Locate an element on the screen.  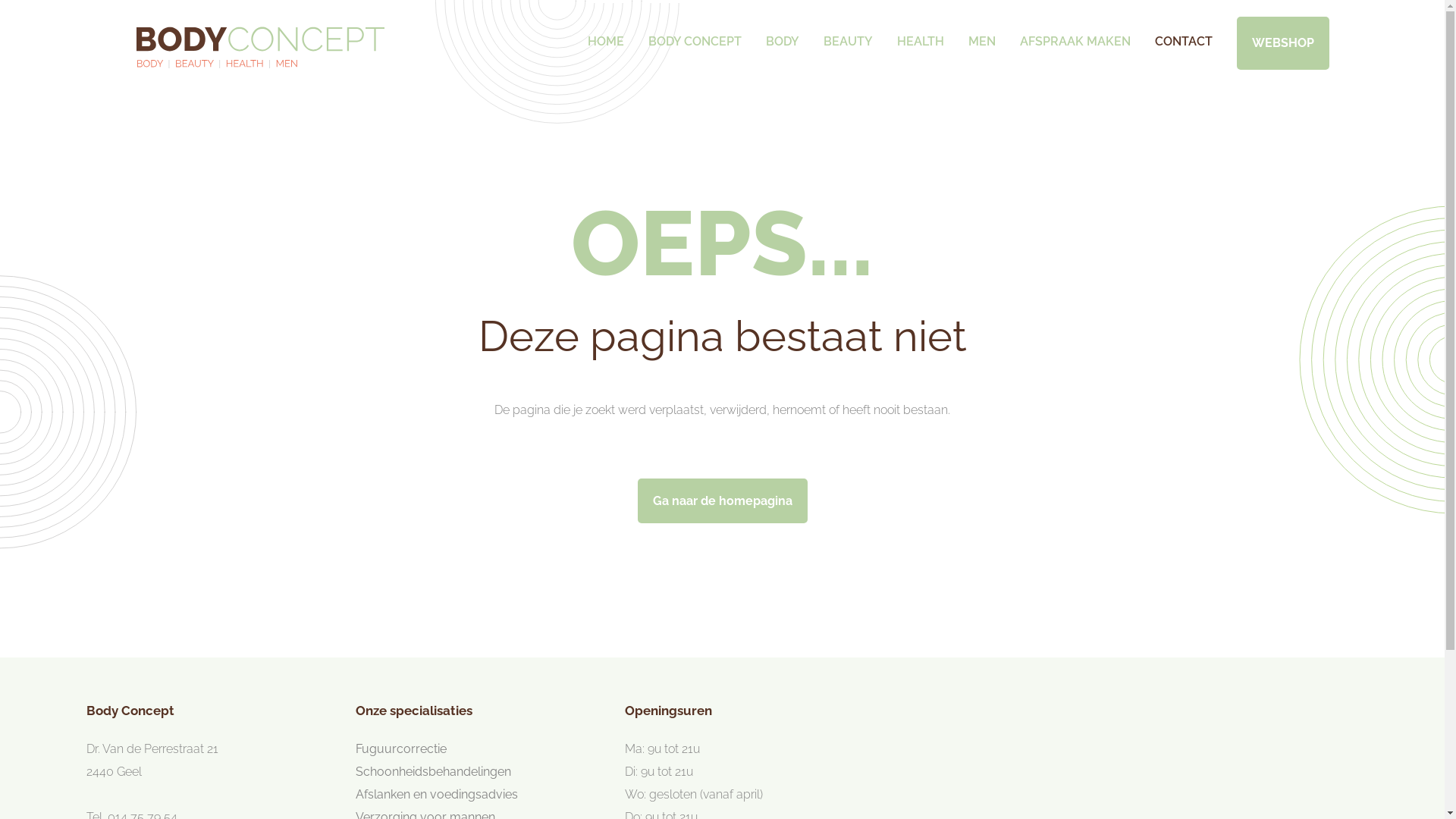
'Afslanken en voedingsadvies' is located at coordinates (355, 793).